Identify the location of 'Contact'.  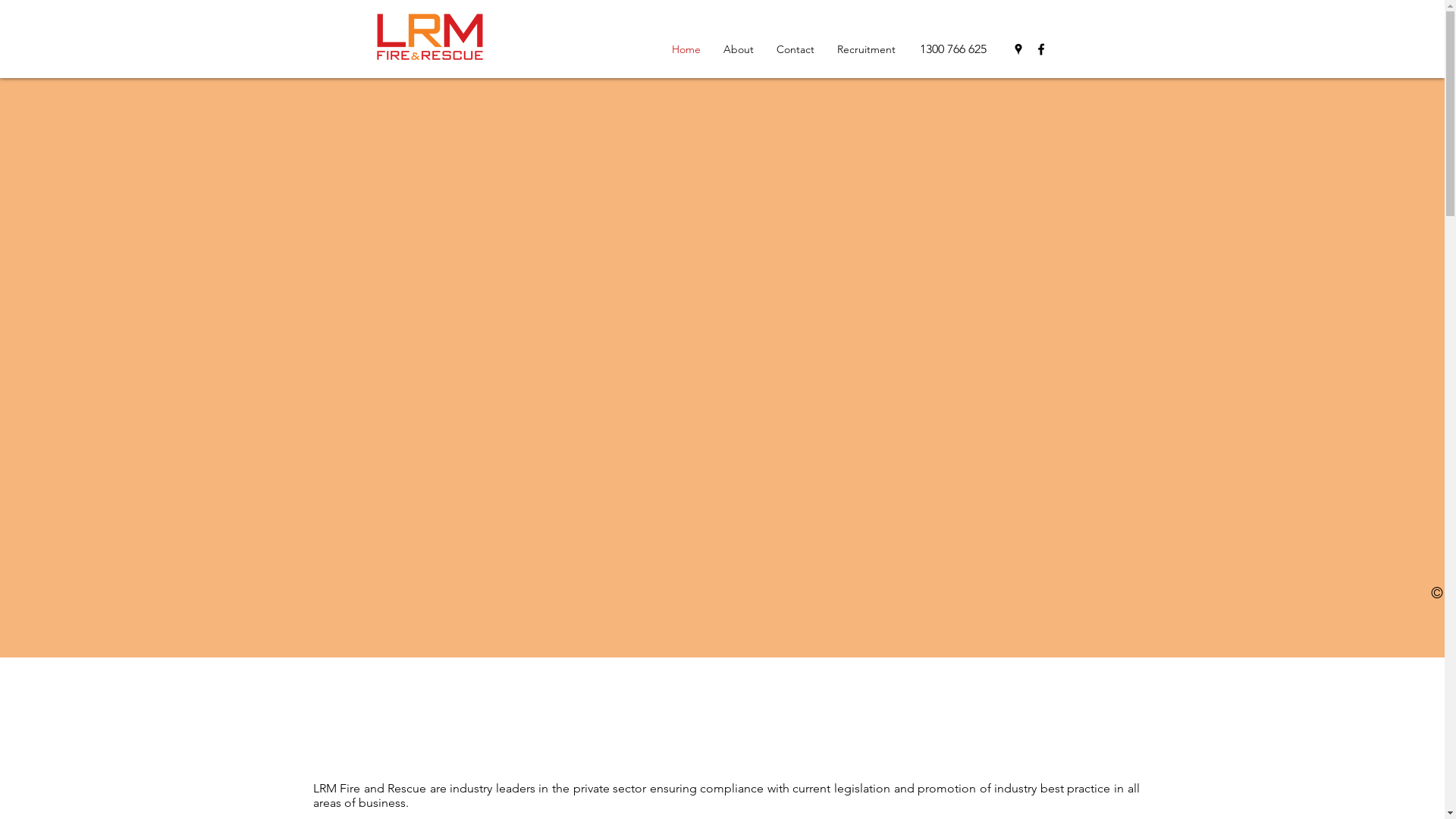
(793, 49).